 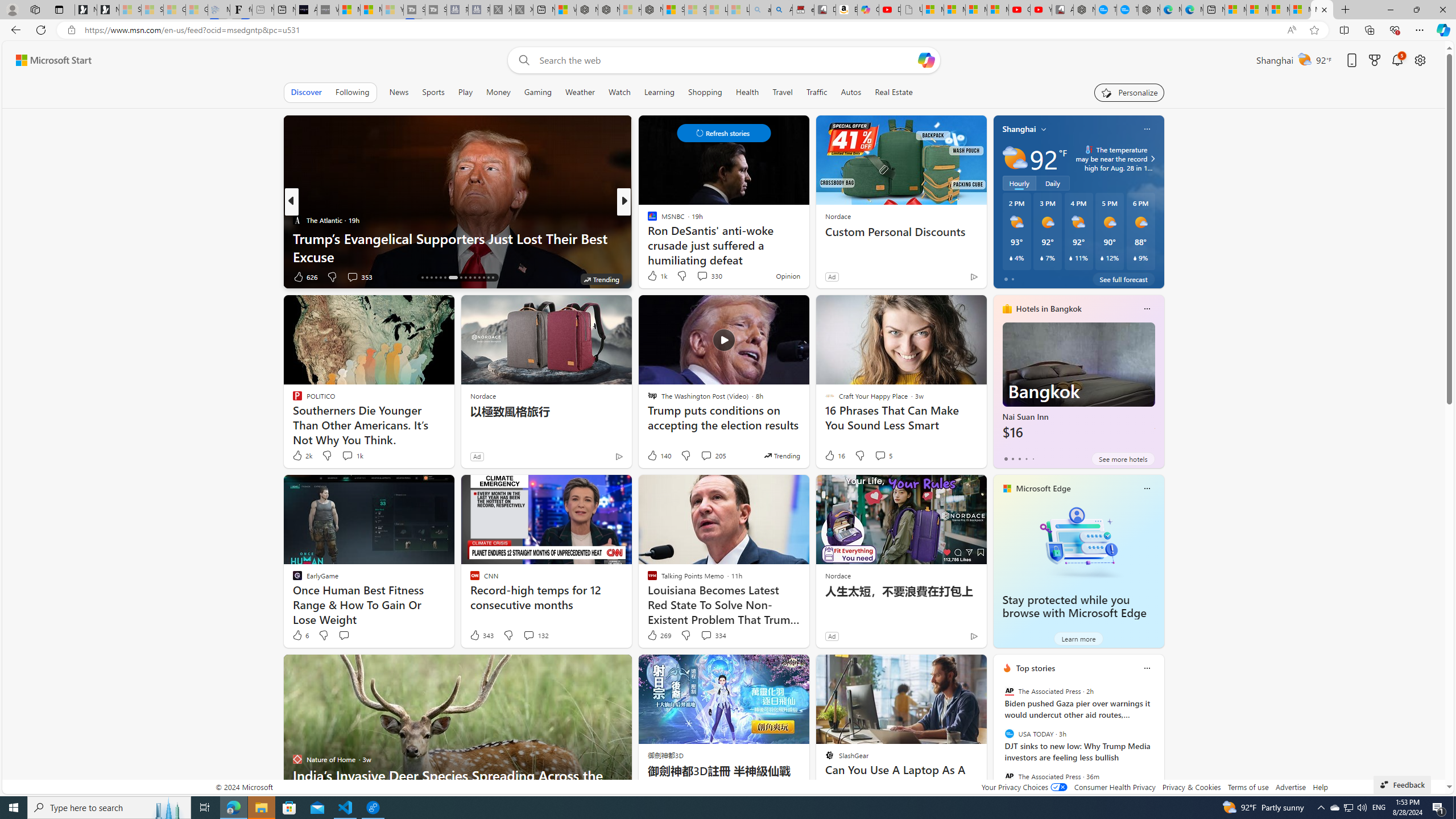 I want to click on 'tab-4', so click(x=1032, y=459).